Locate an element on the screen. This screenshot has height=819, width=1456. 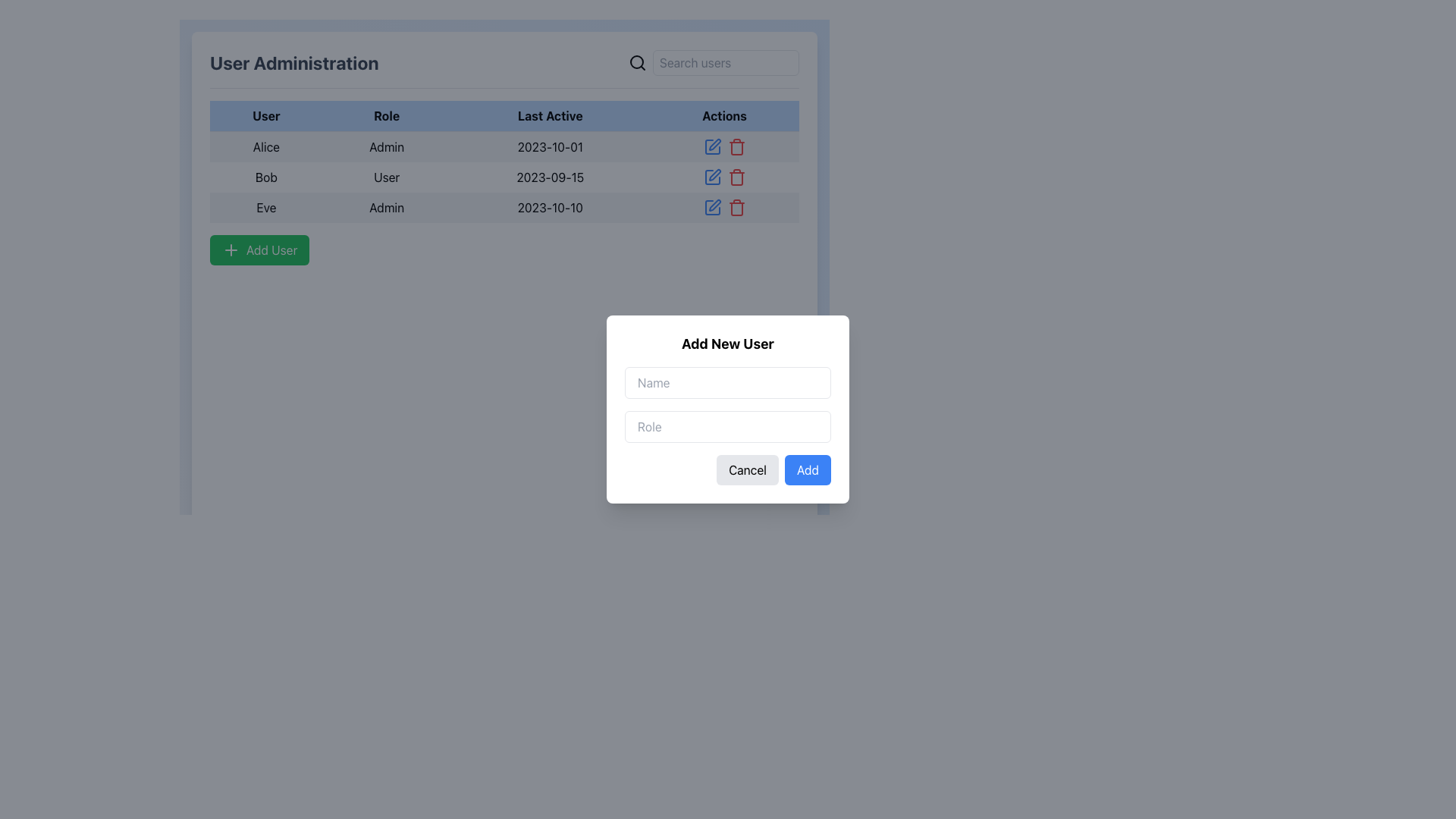
the column titles in the header row of the table, which is the first row located at the top of the table structure is located at coordinates (504, 115).